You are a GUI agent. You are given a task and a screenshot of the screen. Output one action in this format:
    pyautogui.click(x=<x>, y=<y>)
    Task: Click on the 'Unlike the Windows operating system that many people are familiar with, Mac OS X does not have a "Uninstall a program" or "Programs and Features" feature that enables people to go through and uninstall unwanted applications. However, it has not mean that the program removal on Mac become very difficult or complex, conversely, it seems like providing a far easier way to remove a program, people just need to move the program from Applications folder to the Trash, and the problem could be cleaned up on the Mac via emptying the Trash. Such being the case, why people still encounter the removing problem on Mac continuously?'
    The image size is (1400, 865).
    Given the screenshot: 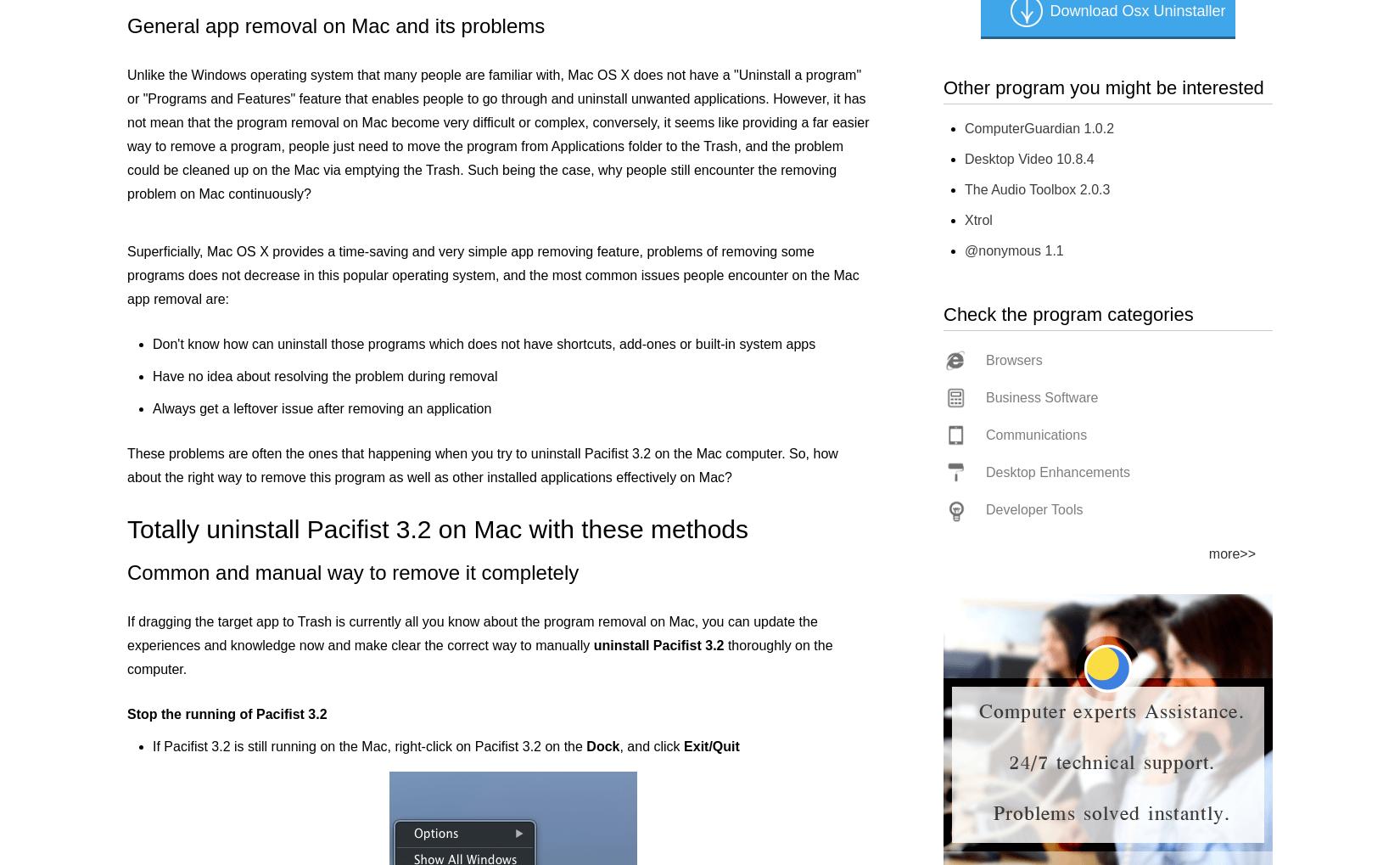 What is the action you would take?
    pyautogui.click(x=497, y=134)
    